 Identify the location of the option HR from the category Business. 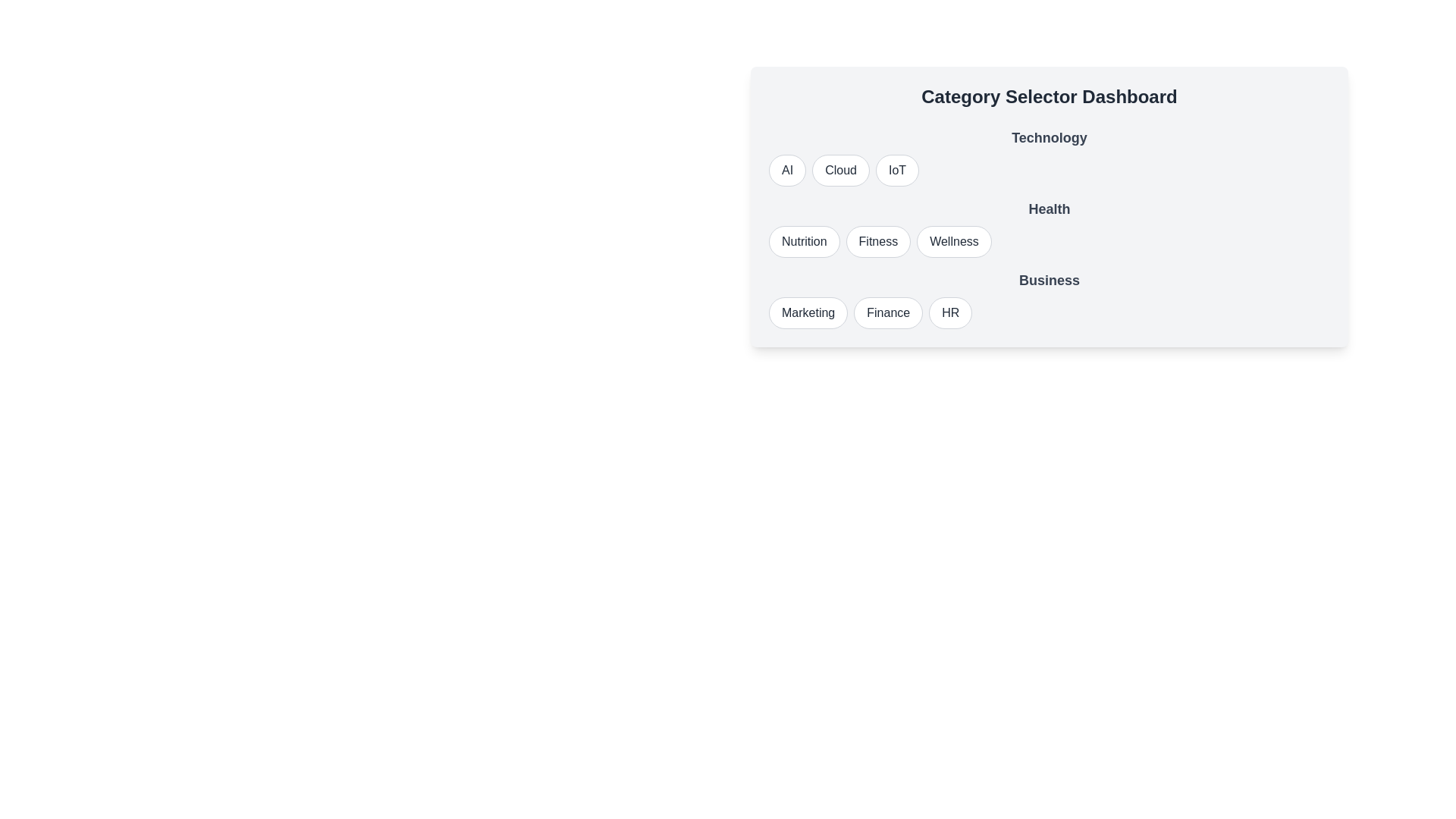
(949, 312).